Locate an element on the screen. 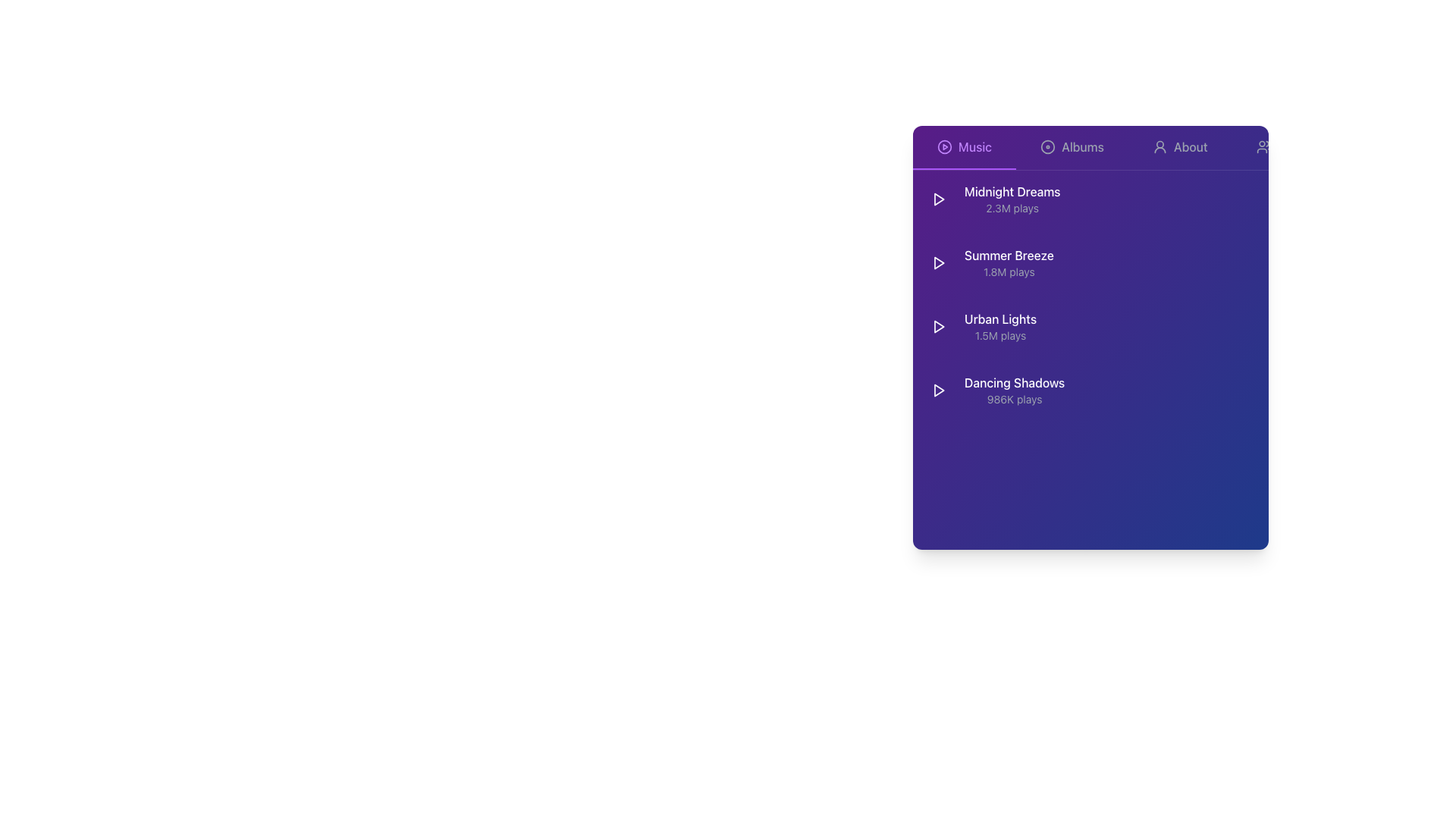 This screenshot has width=1456, height=819. the circular icon located in the purple navigation bar, situated between the 'Music' and 'About' options is located at coordinates (1047, 146).